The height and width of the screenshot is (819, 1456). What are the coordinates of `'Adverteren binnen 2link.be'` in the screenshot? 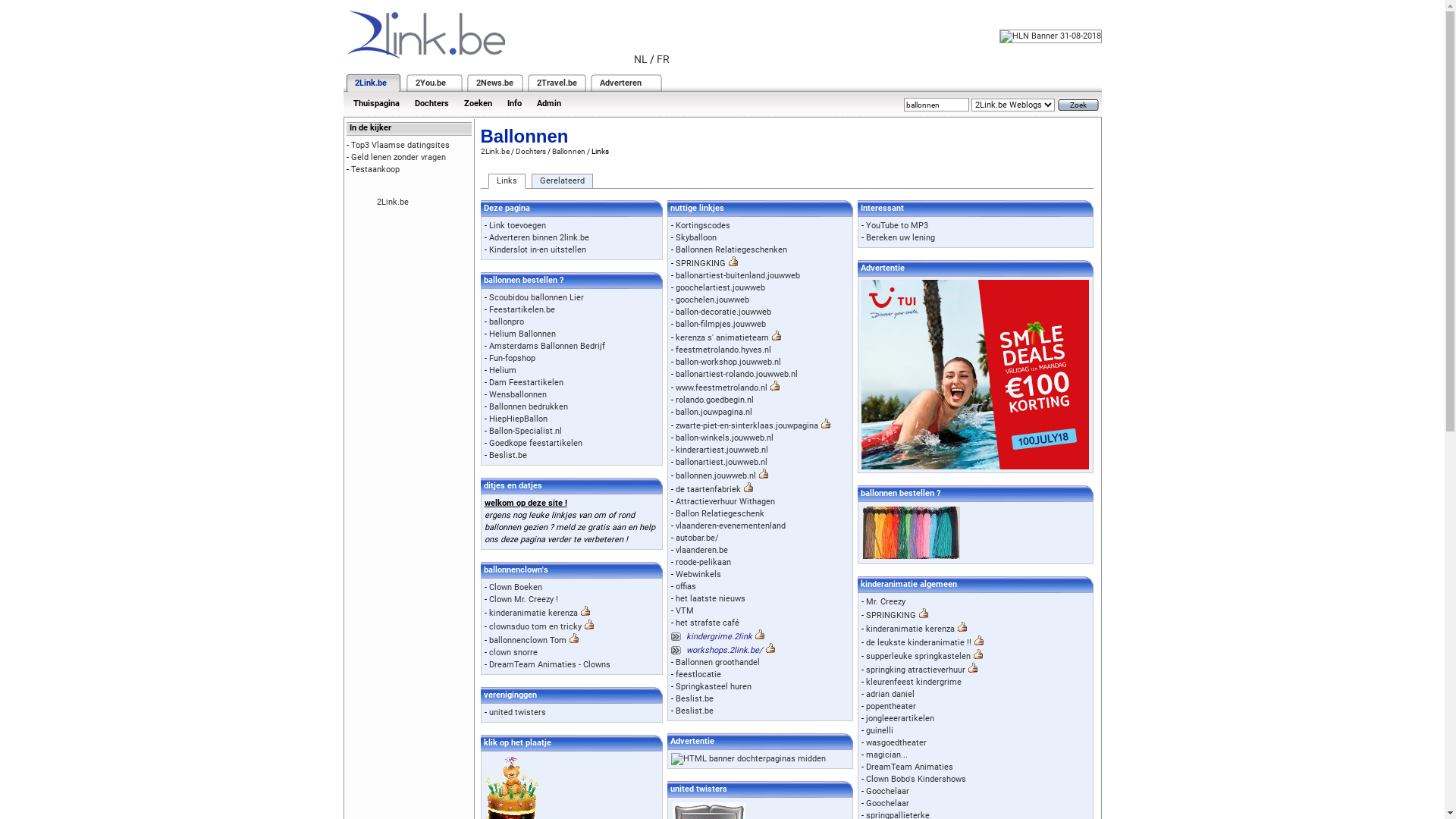 It's located at (538, 237).